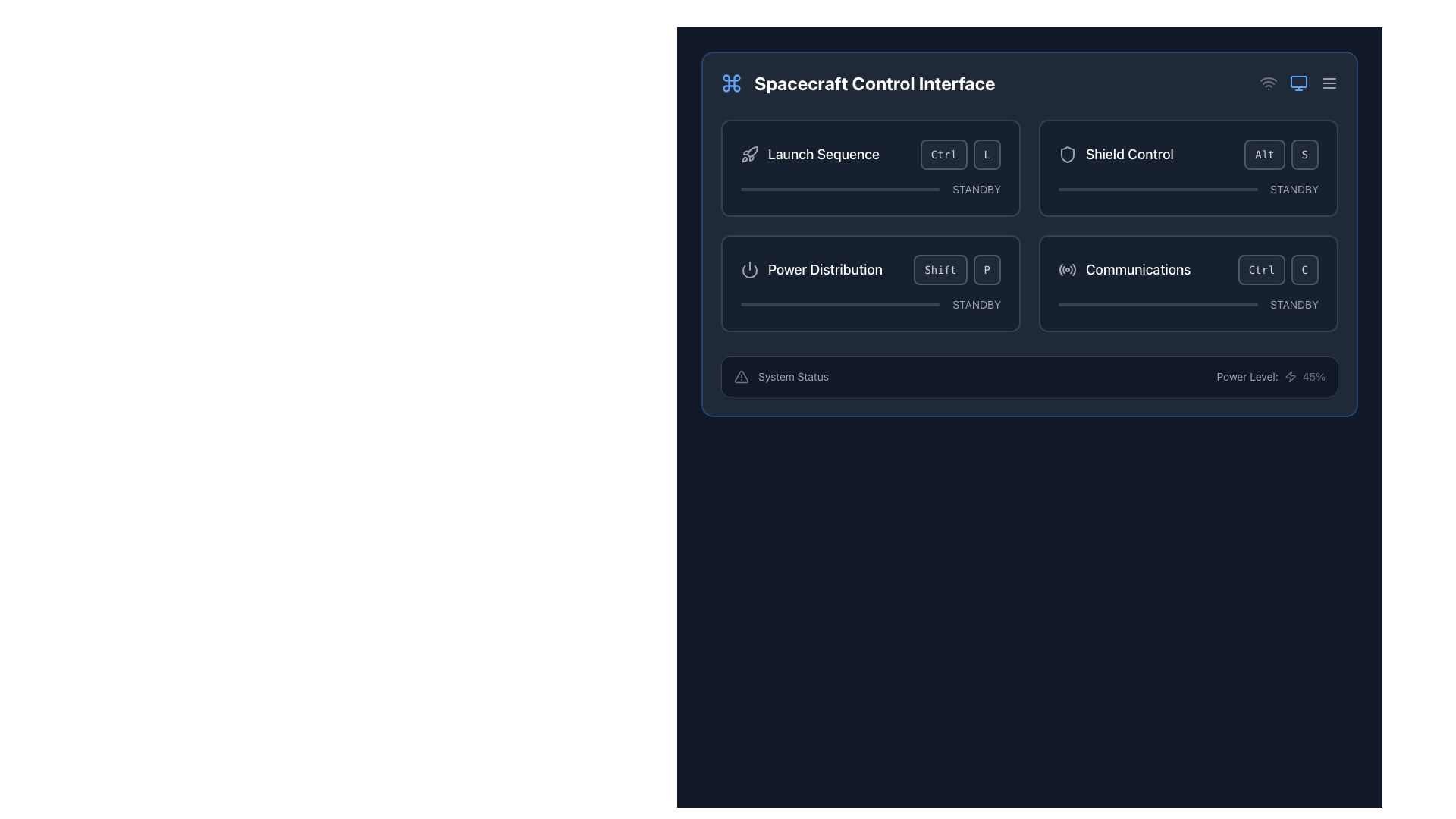  What do you see at coordinates (871, 189) in the screenshot?
I see `the Status indicator or progress bar, which shows 'STANDBY' to its right and is located below the 'Launch Sequence' label in the top-left section of the grid layout` at bounding box center [871, 189].